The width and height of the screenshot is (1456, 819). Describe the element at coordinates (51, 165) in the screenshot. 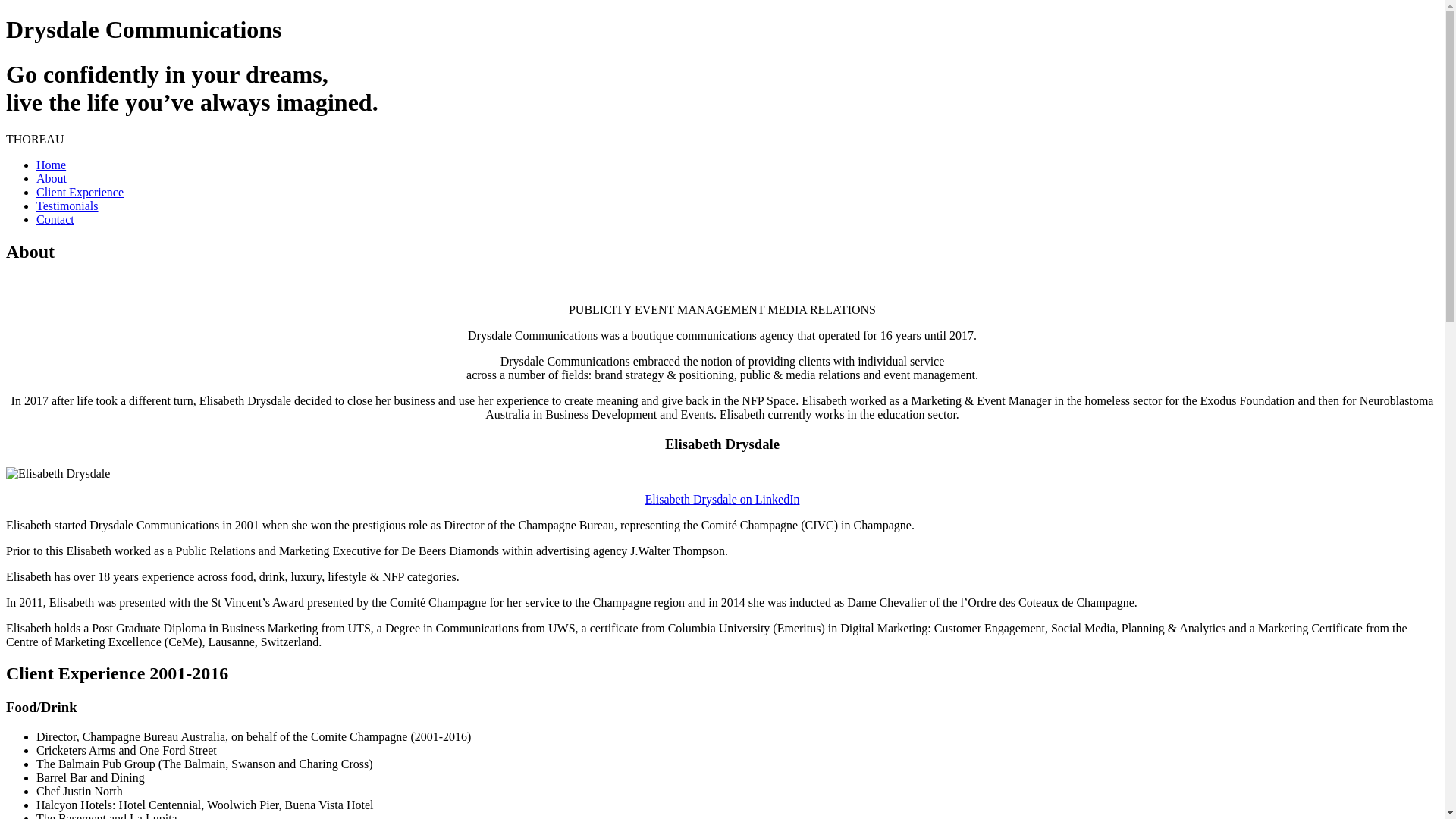

I see `'Home'` at that location.